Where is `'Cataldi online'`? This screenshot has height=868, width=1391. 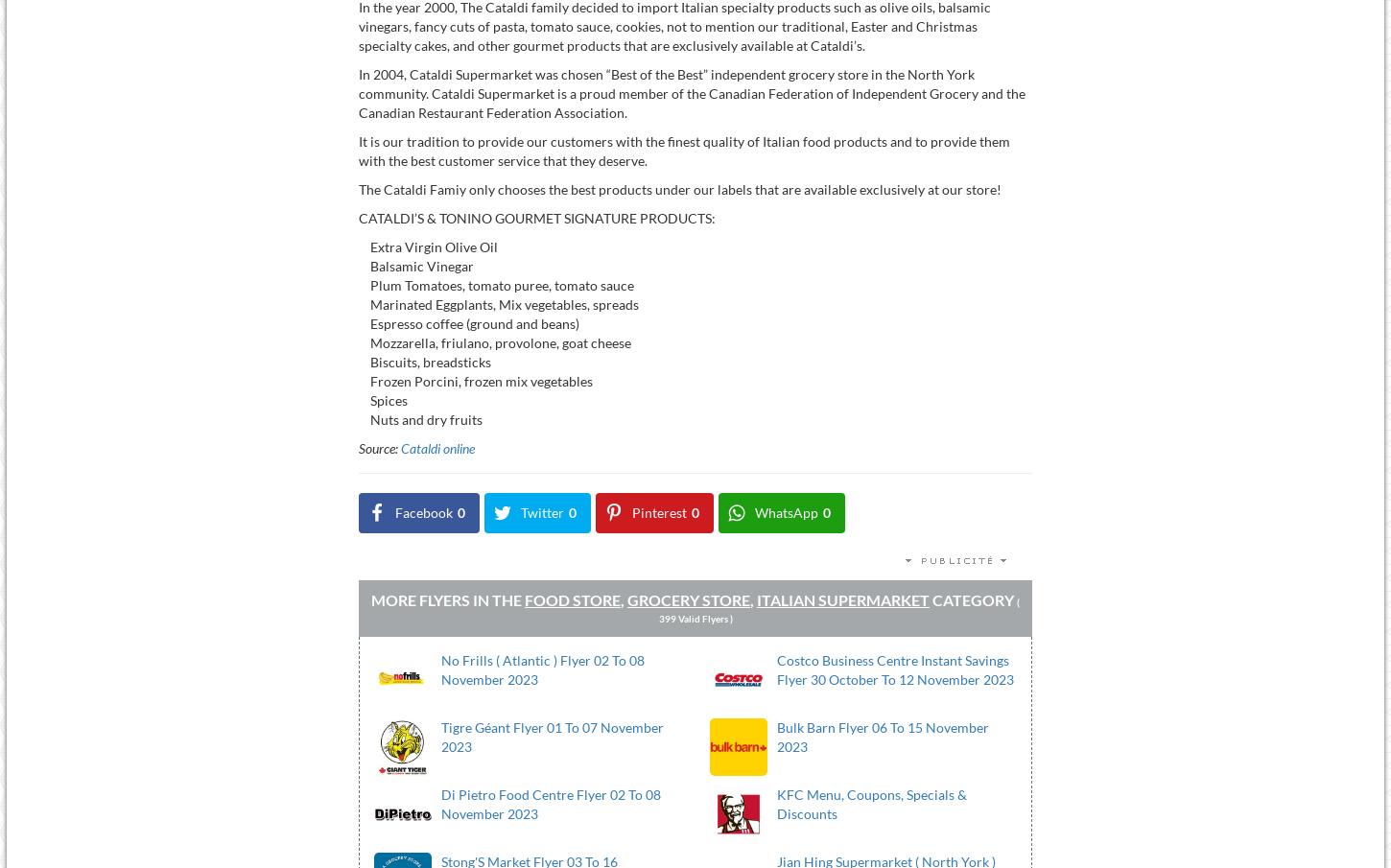
'Cataldi online' is located at coordinates (436, 447).